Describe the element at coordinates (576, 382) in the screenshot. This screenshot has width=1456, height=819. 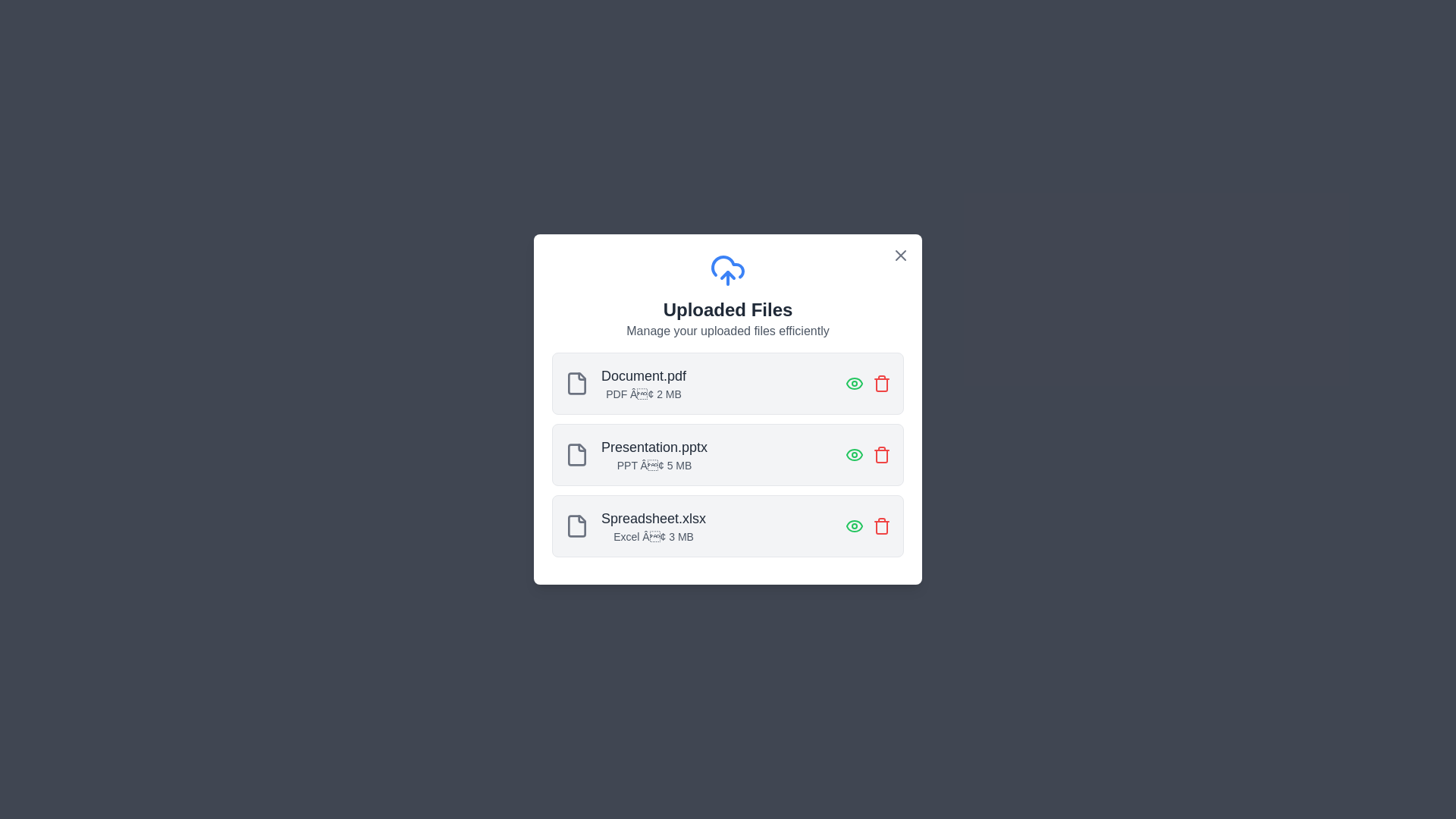
I see `the gray outlined document icon with a white background that is part of the first item in the uploaded files list, located to the left of 'Document.pdf'` at that location.